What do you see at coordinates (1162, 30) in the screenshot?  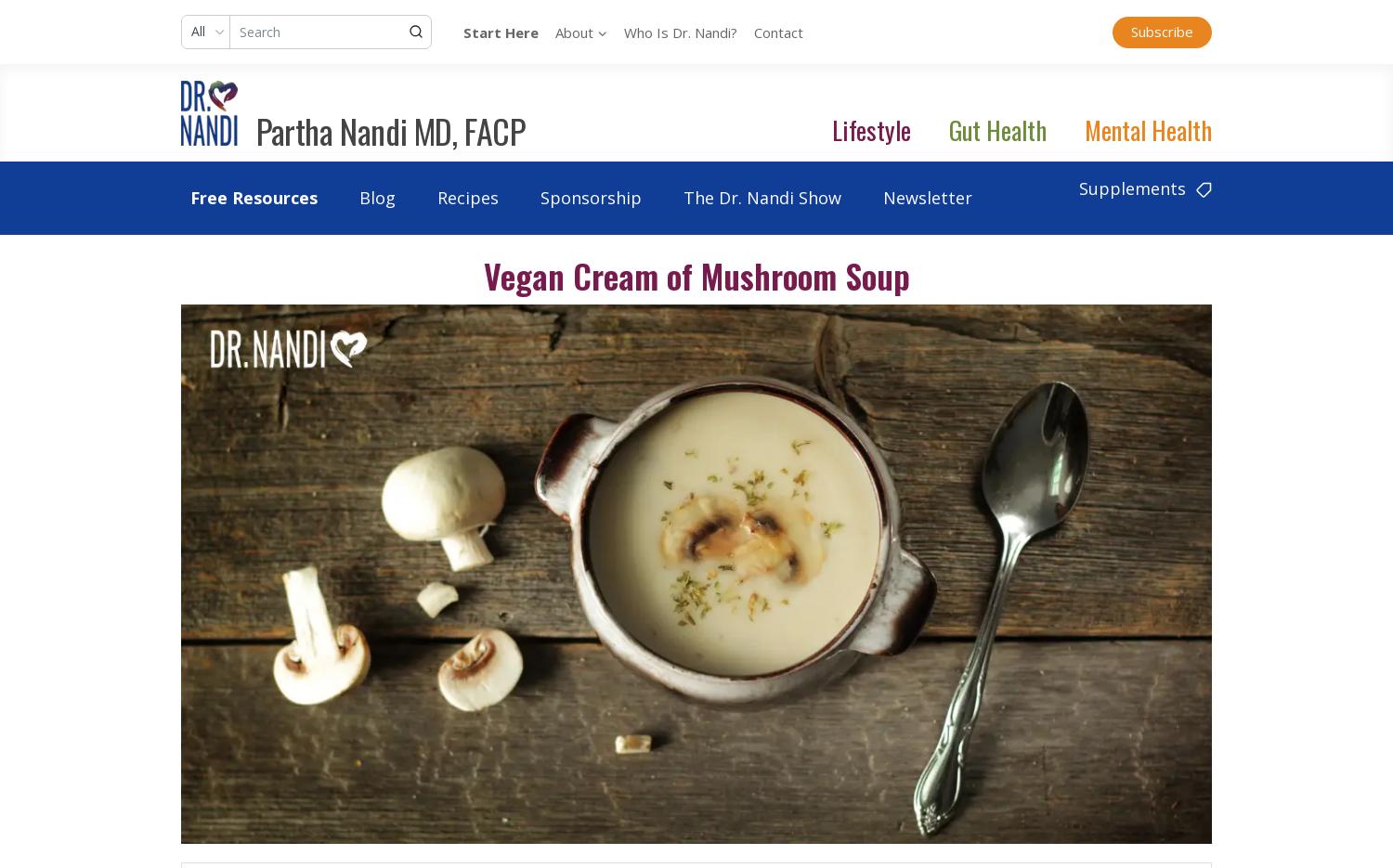 I see `'Subscribe'` at bounding box center [1162, 30].